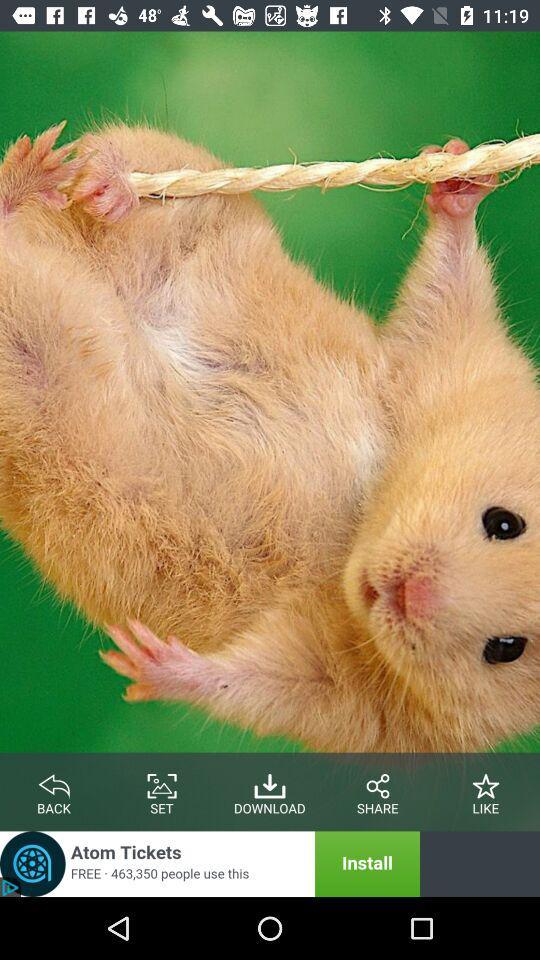 This screenshot has height=960, width=540. Describe the element at coordinates (270, 782) in the screenshot. I see `download key` at that location.